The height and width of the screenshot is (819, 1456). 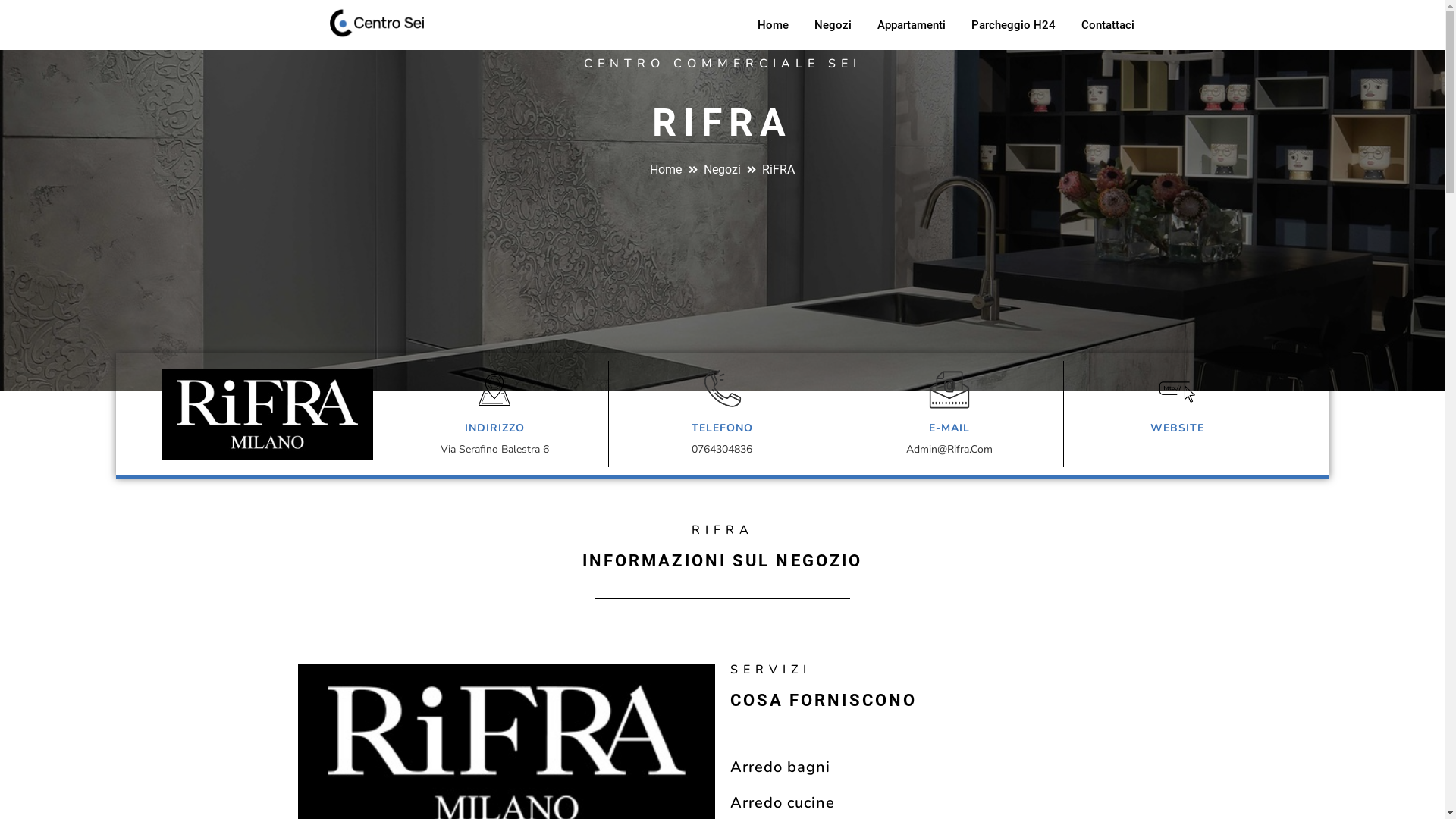 I want to click on 'Home', so click(x=666, y=169).